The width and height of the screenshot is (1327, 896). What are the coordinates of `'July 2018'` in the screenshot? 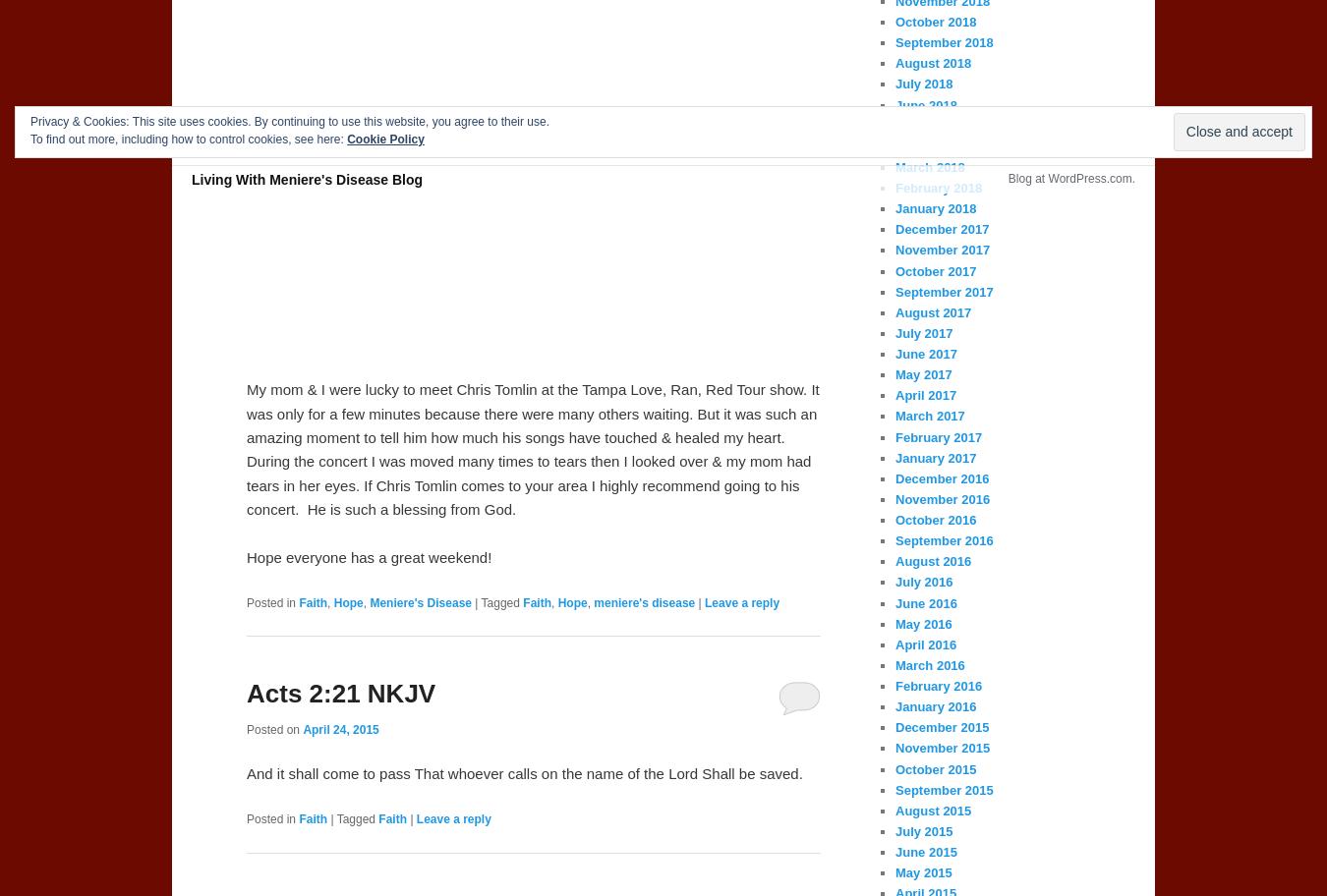 It's located at (894, 84).